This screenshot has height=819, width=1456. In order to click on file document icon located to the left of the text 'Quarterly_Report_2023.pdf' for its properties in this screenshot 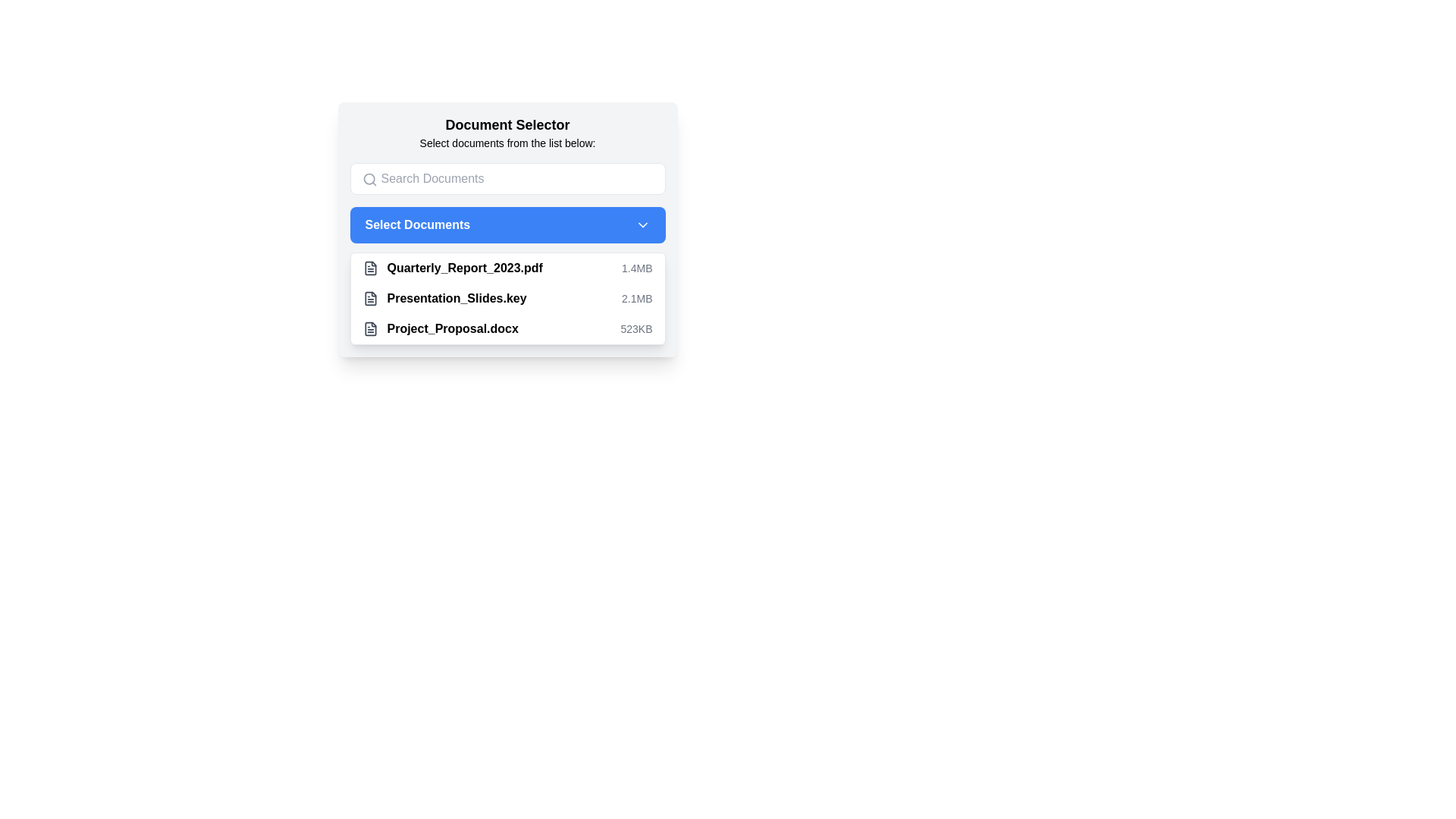, I will do `click(370, 268)`.